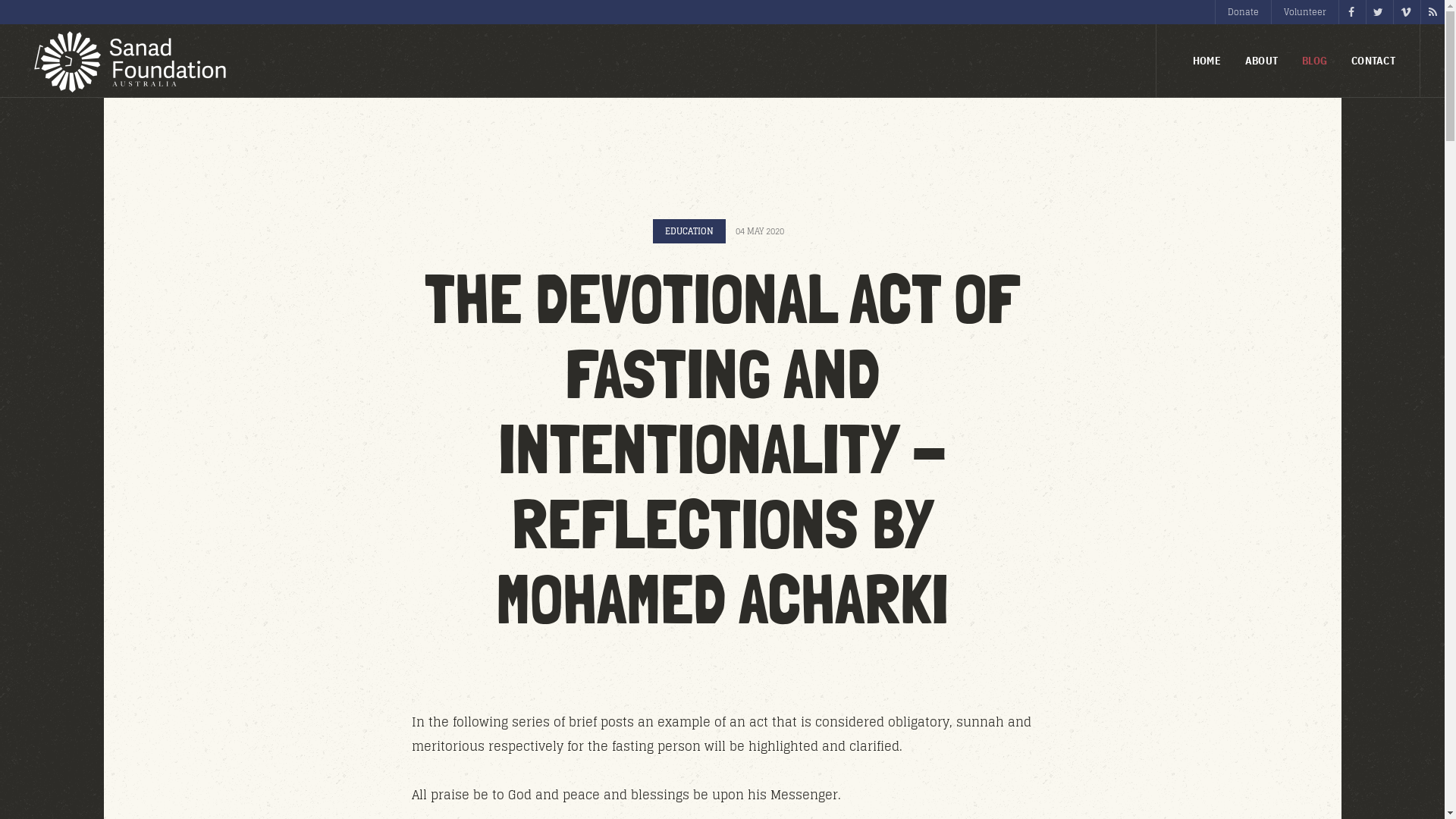 This screenshot has width=1456, height=819. Describe the element at coordinates (1350, 11) in the screenshot. I see `'facebook'` at that location.